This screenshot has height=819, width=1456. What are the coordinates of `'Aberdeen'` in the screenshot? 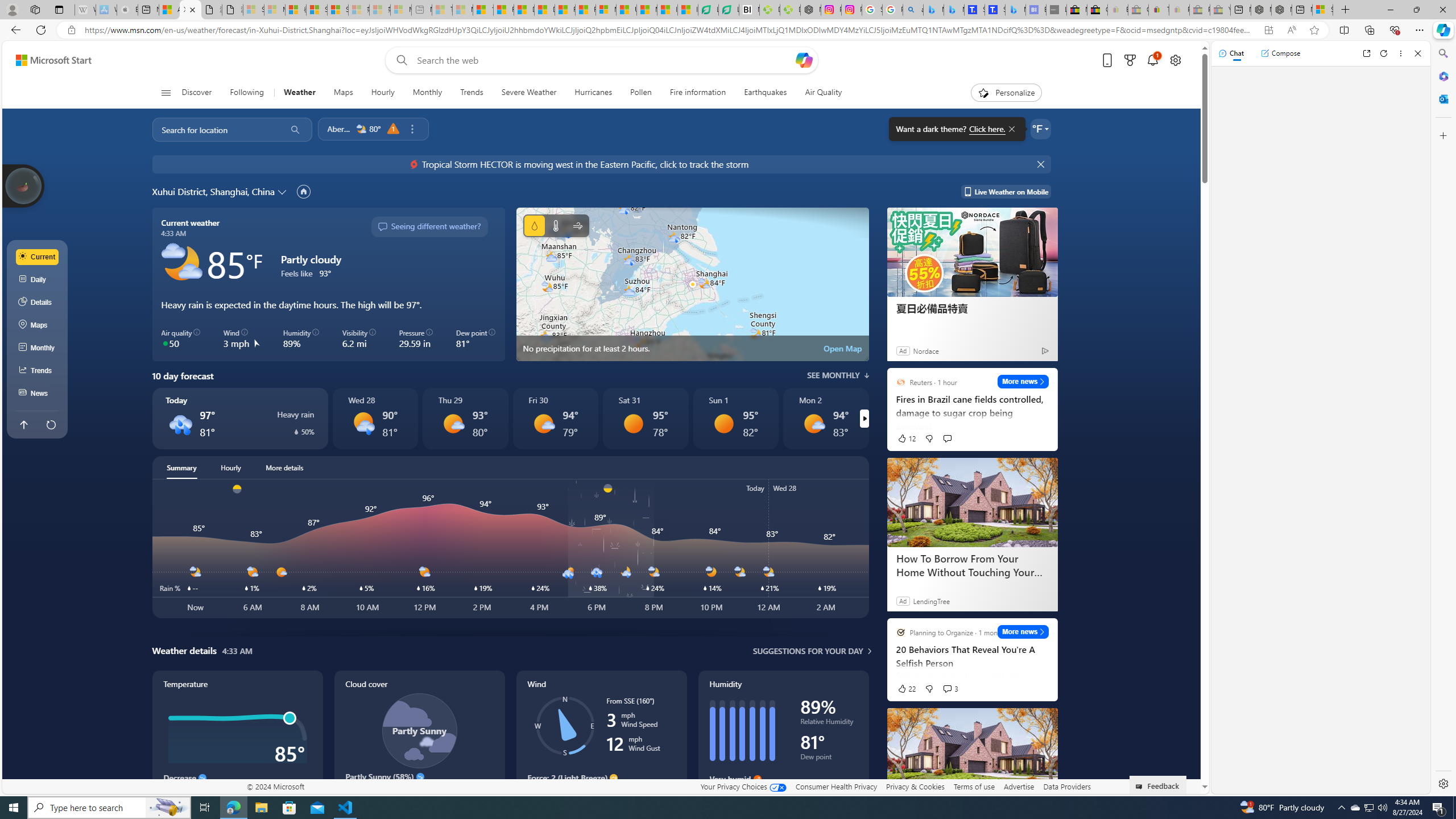 It's located at (338, 129).